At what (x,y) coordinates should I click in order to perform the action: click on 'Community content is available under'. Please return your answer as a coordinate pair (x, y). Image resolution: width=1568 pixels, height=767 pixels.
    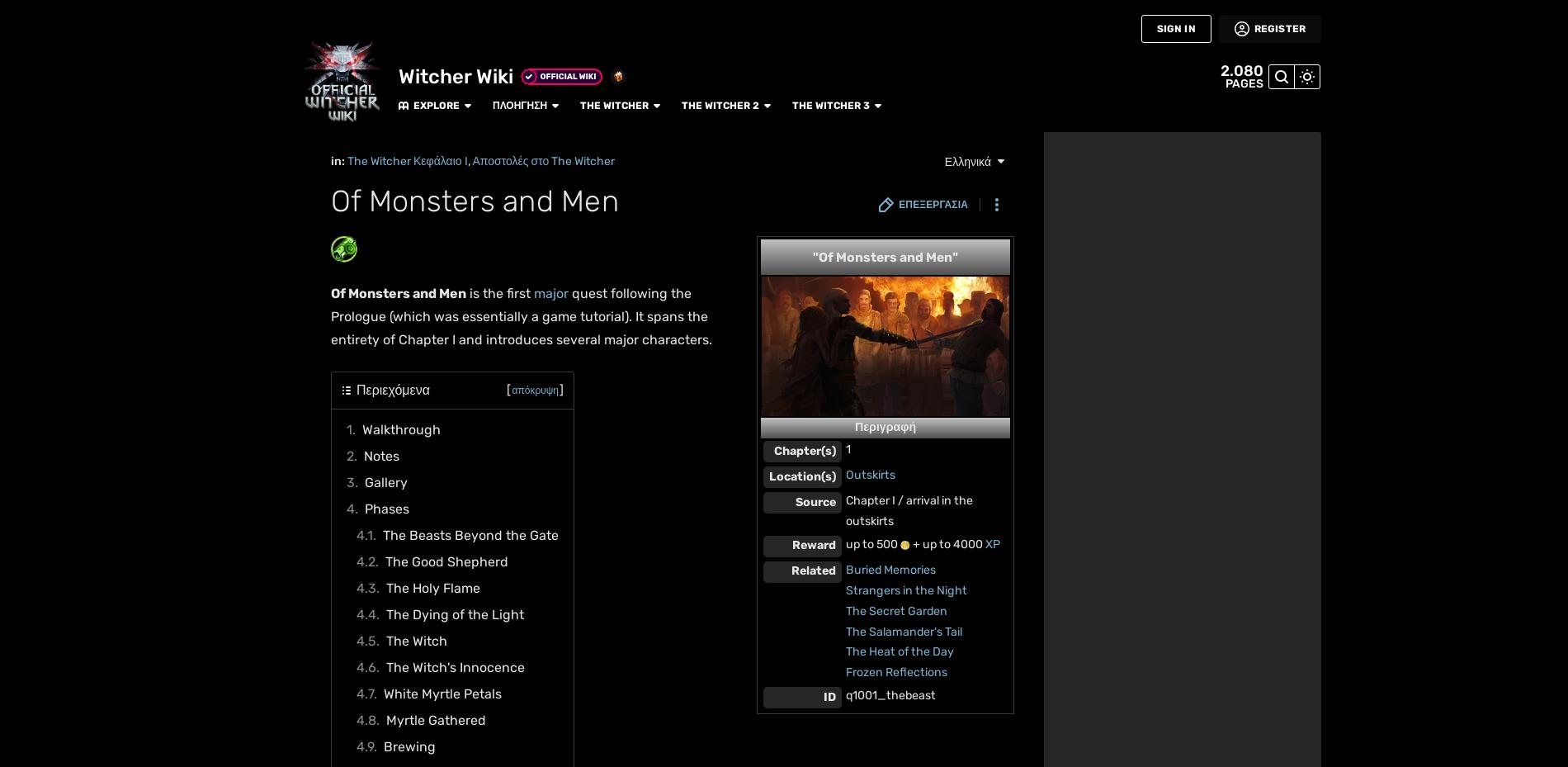
    Looking at the image, I should click on (430, 260).